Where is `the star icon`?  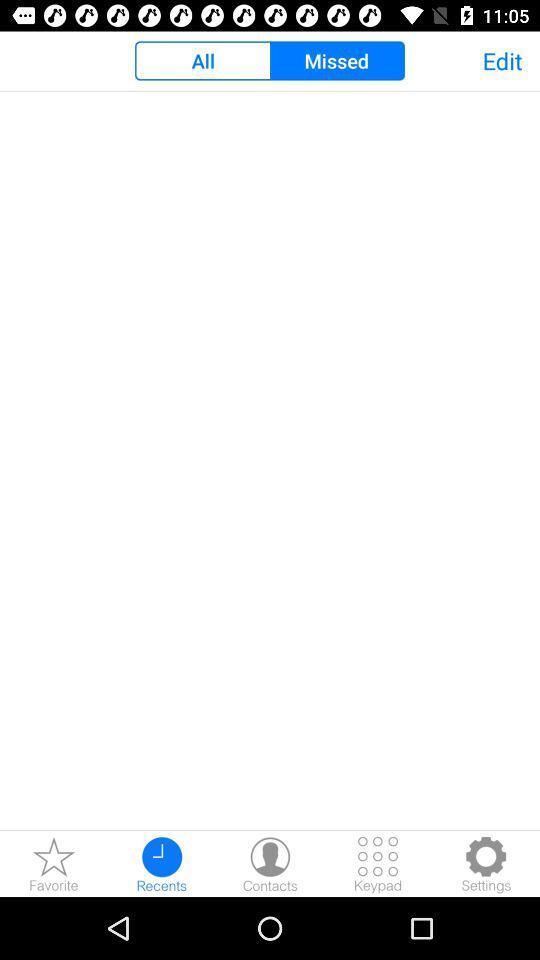 the star icon is located at coordinates (54, 863).